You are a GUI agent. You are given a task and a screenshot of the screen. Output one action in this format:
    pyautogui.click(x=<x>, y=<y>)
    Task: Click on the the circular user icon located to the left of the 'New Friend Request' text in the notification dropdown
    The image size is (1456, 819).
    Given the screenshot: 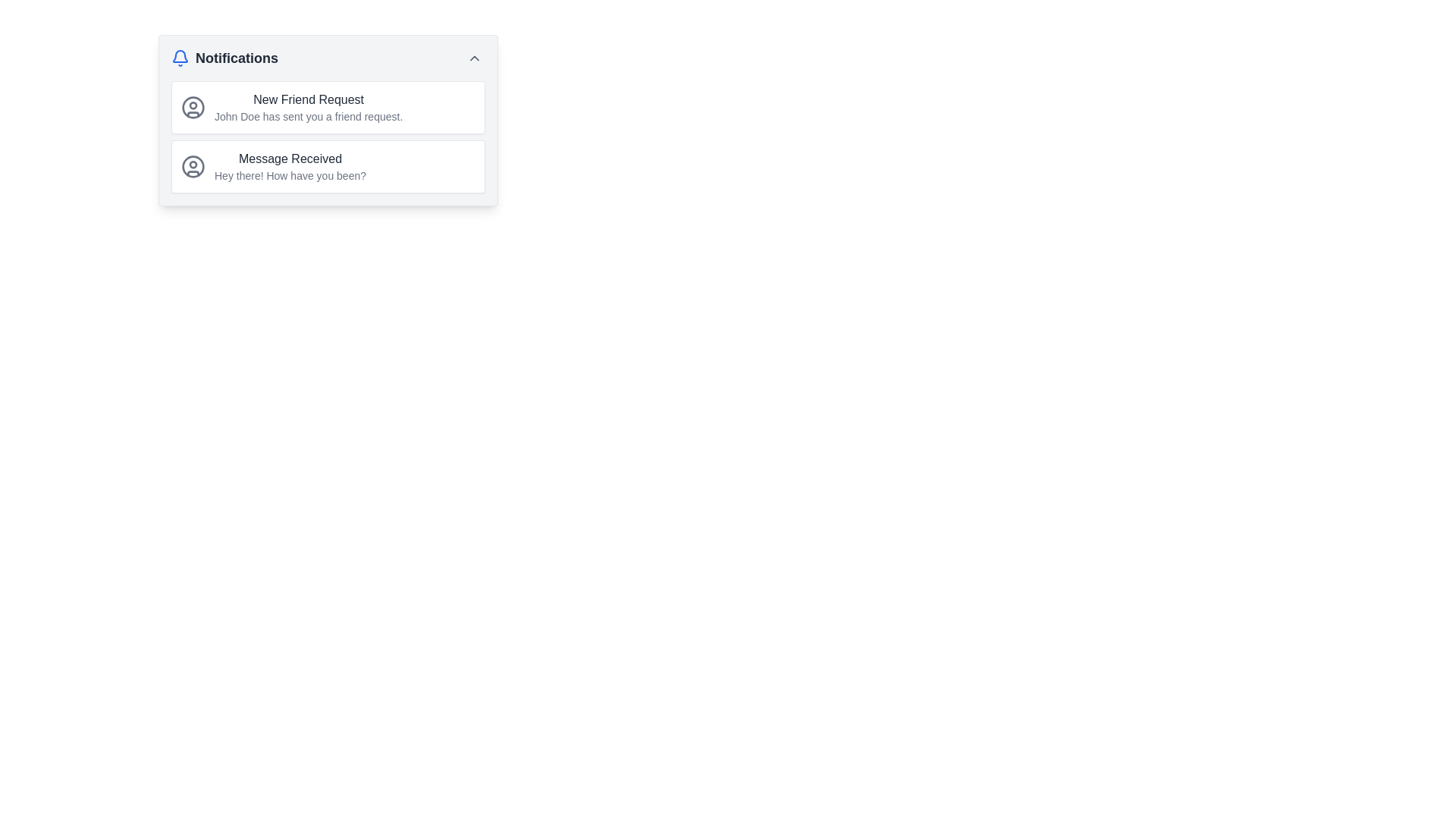 What is the action you would take?
    pyautogui.click(x=192, y=107)
    